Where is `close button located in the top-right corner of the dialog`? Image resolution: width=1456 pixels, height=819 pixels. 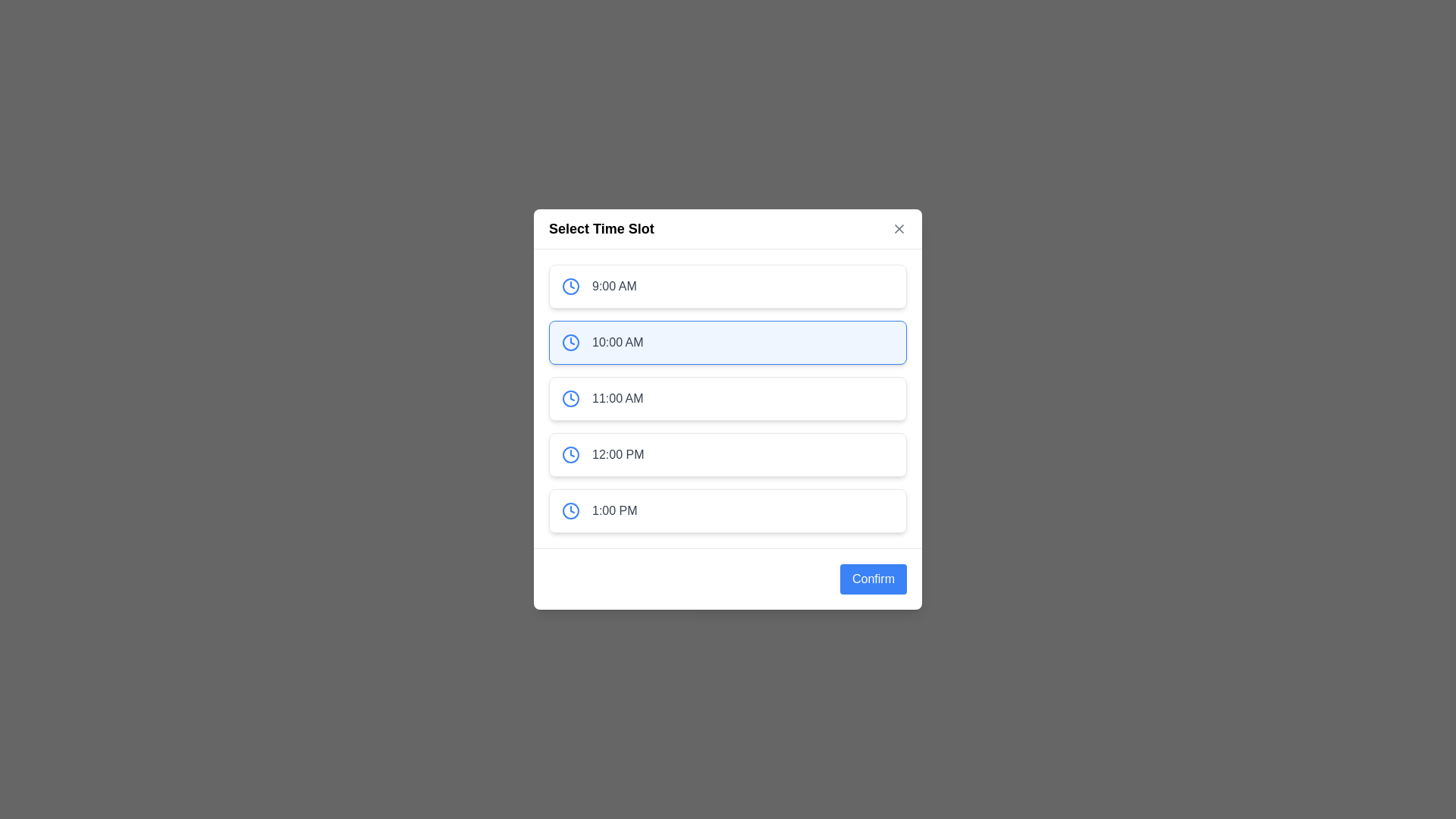
close button located in the top-right corner of the dialog is located at coordinates (899, 228).